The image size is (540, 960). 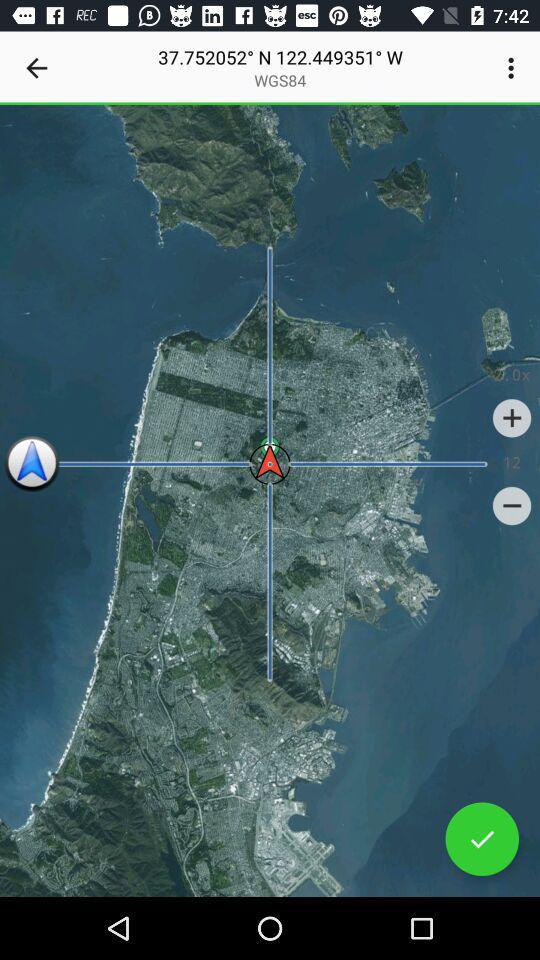 I want to click on the minus icon, so click(x=512, y=505).